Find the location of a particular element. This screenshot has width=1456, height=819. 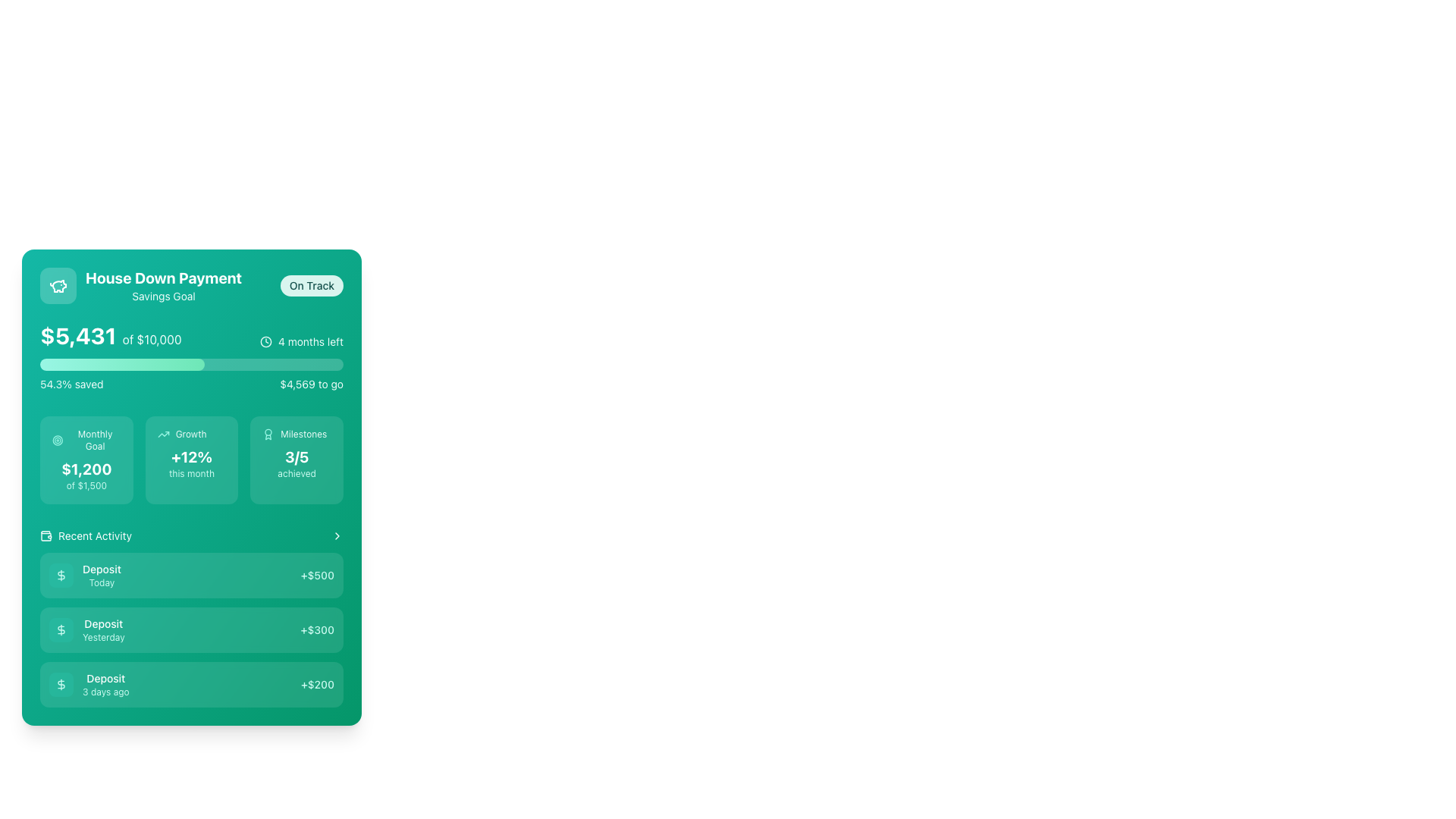

the second list item that provides information about a recent deposit activity from yesterday, located directly under the first 'Deposit' item in the list is located at coordinates (86, 629).